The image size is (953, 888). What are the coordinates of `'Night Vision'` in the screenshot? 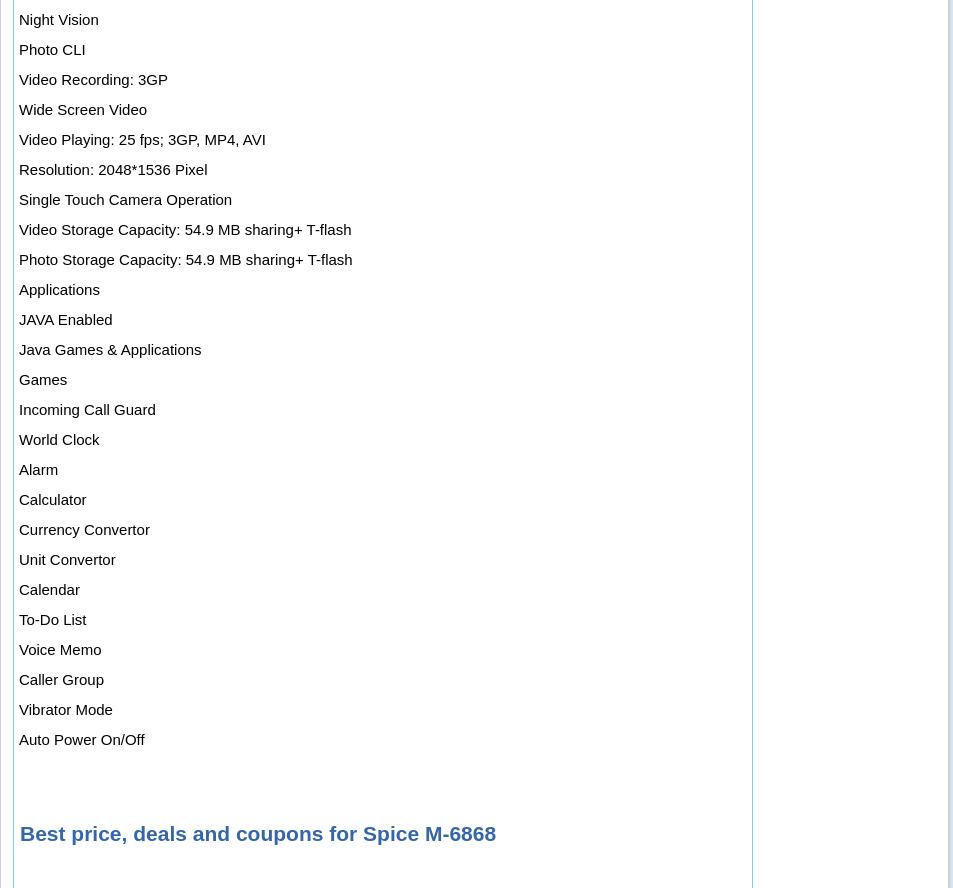 It's located at (57, 19).